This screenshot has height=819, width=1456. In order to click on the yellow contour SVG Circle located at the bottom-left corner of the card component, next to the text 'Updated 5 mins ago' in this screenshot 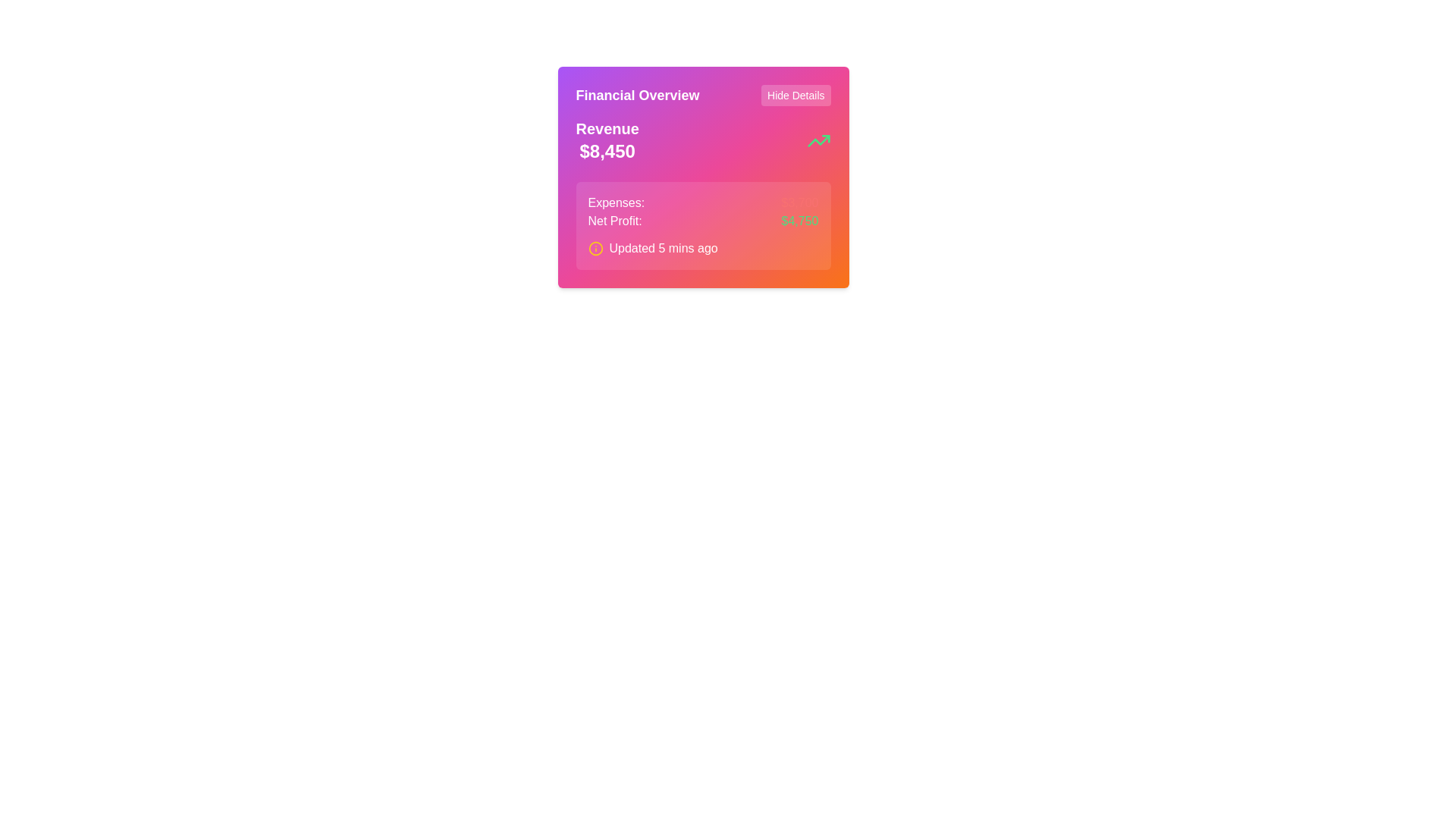, I will do `click(595, 247)`.